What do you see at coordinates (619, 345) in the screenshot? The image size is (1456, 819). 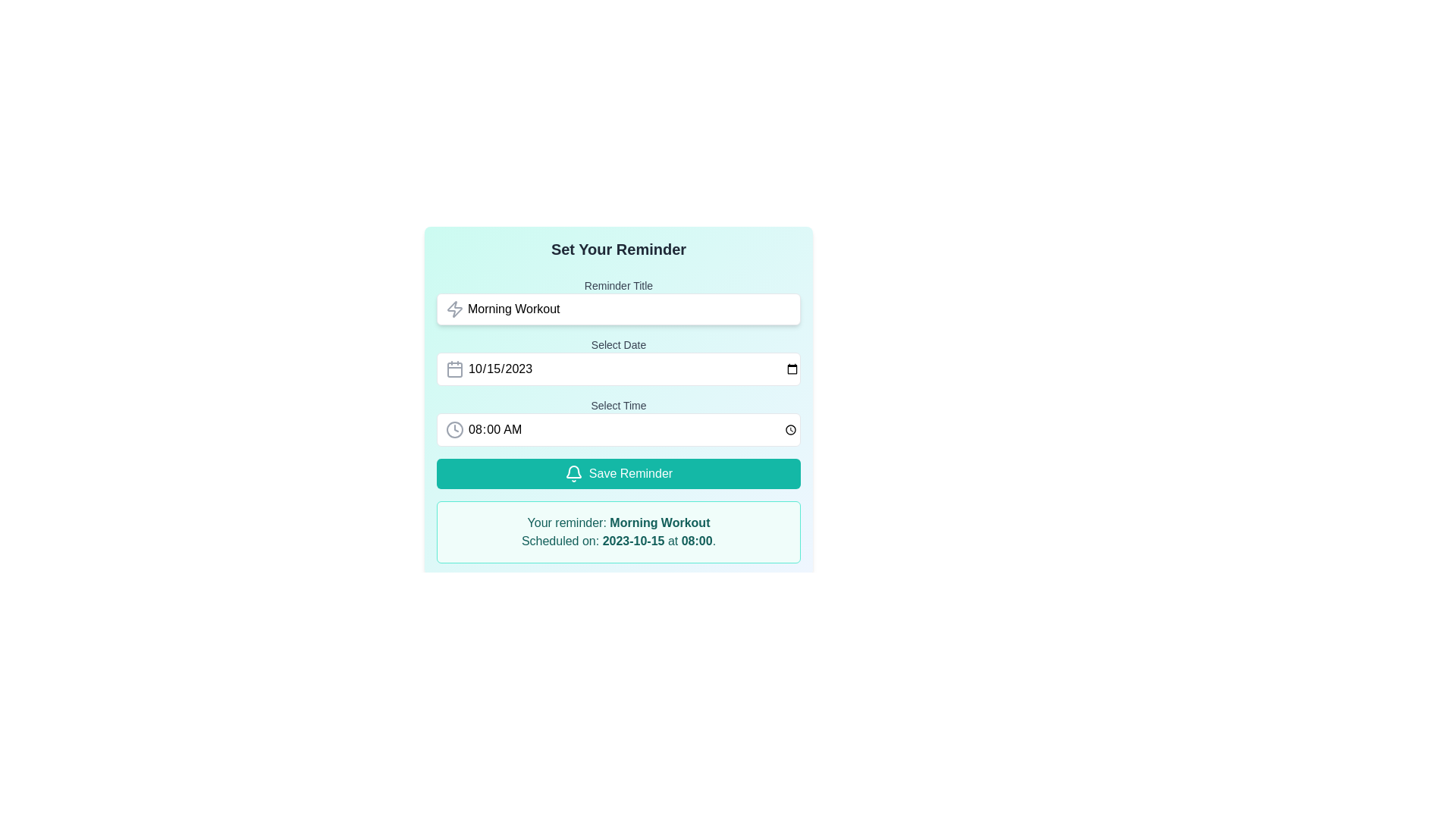 I see `the 'Select Date' text label that provides context for the date input field, located centered above the field` at bounding box center [619, 345].